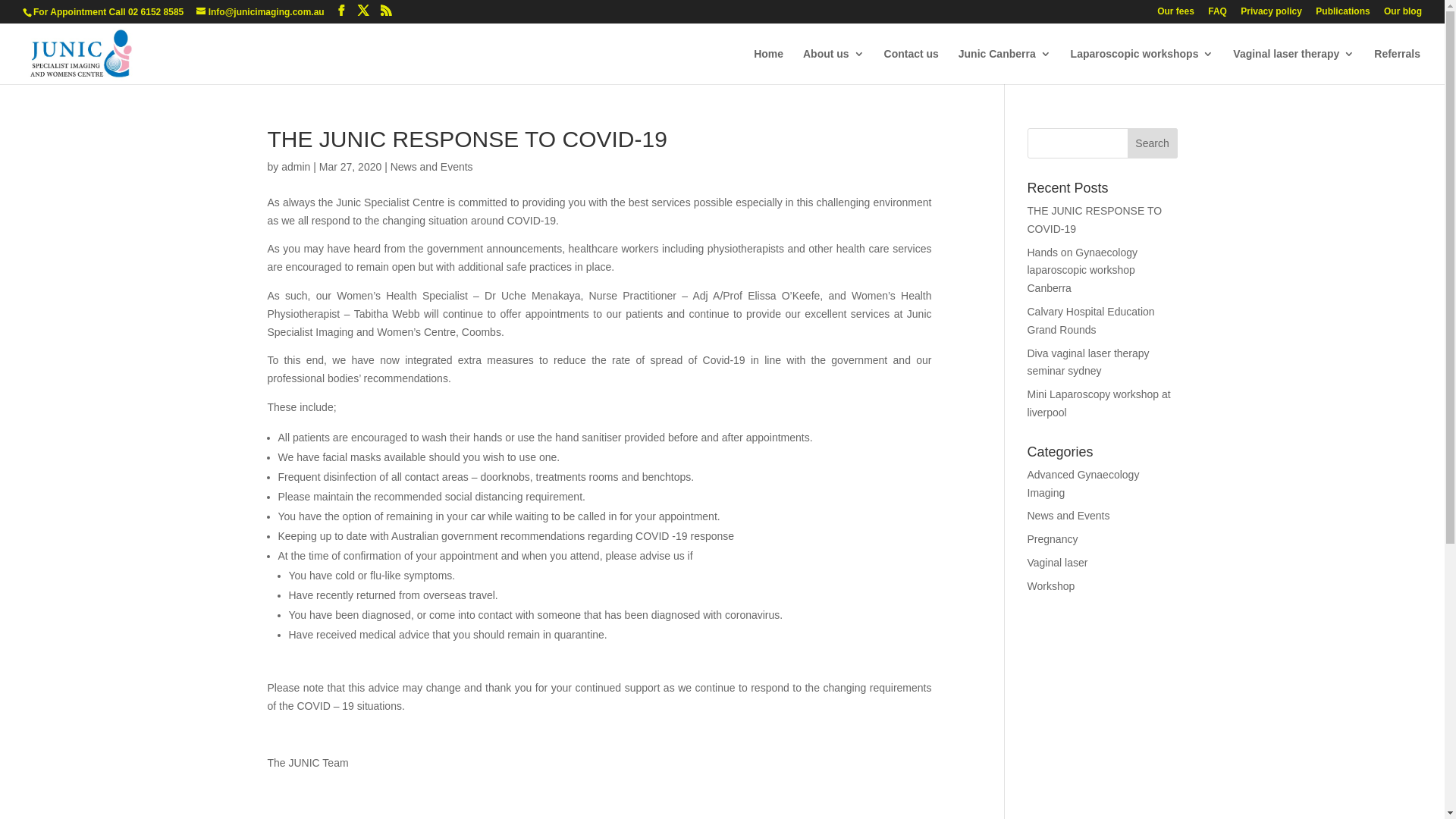  What do you see at coordinates (1383, 14) in the screenshot?
I see `'Our blog'` at bounding box center [1383, 14].